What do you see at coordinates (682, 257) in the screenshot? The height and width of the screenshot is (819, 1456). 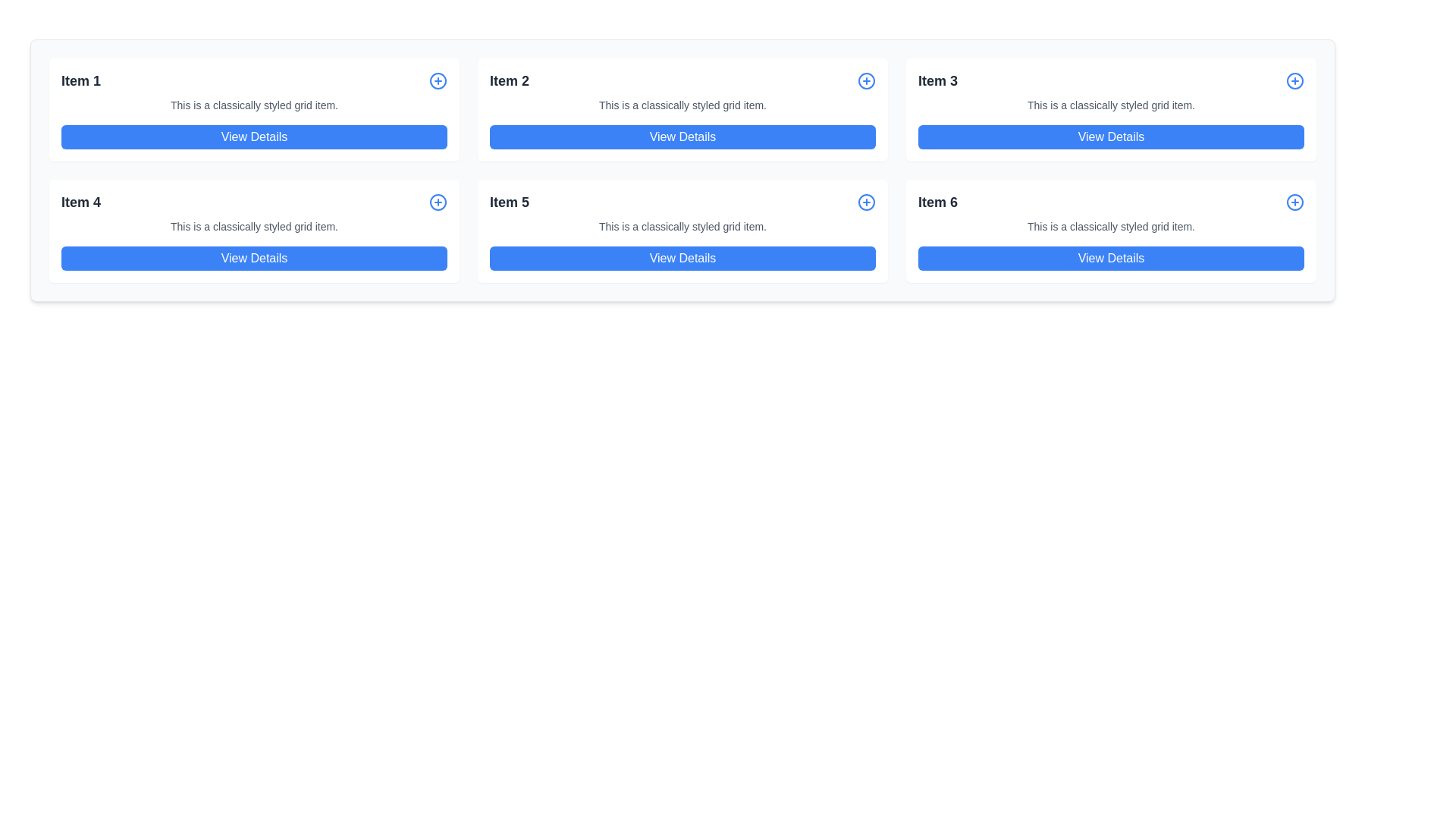 I see `the button associated with item 5, located in the middle column of the second row, to change its color` at bounding box center [682, 257].